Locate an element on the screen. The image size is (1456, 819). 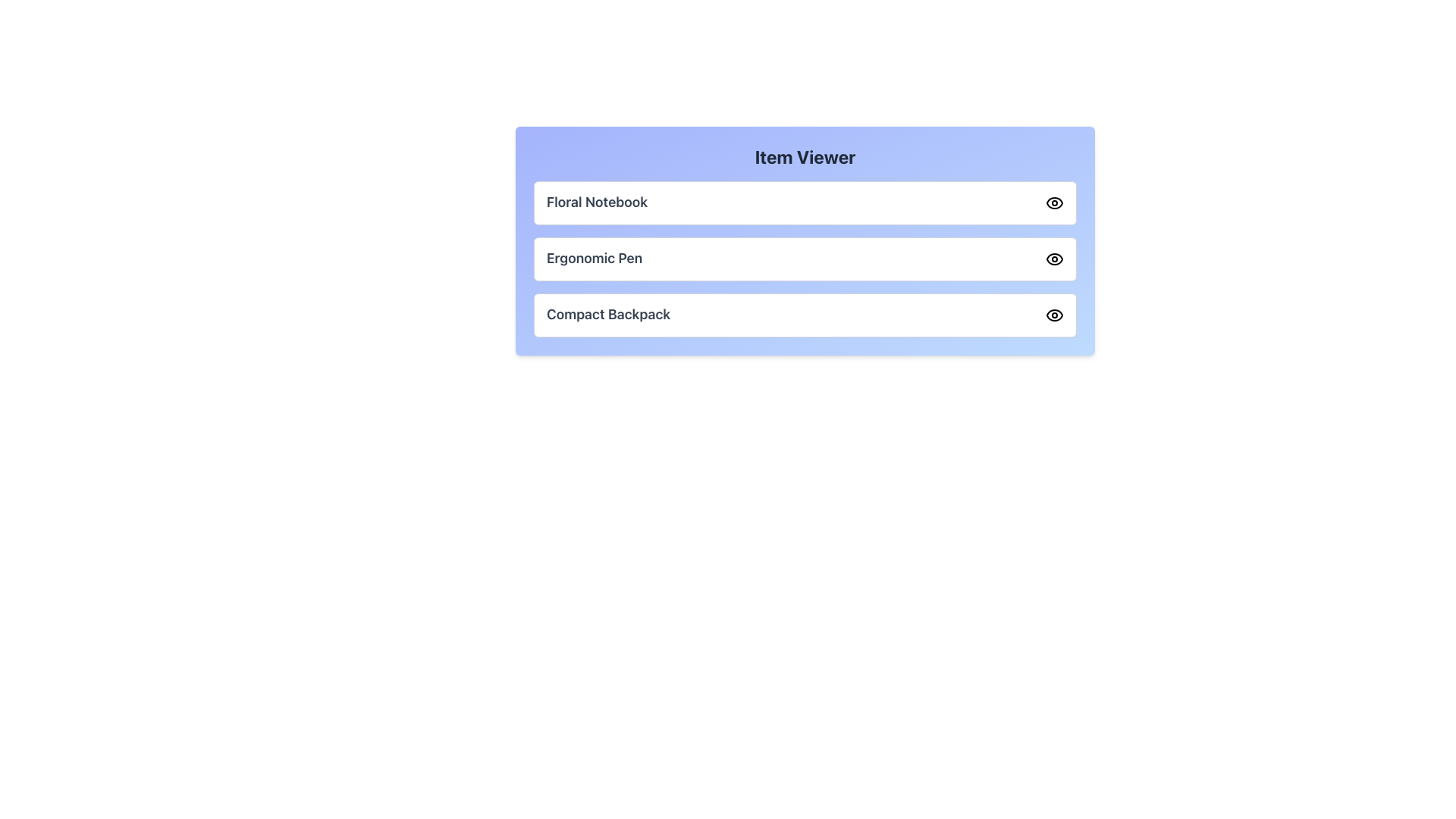
the button at the right end of the row labeled 'Ergonomic Pen' is located at coordinates (1054, 259).